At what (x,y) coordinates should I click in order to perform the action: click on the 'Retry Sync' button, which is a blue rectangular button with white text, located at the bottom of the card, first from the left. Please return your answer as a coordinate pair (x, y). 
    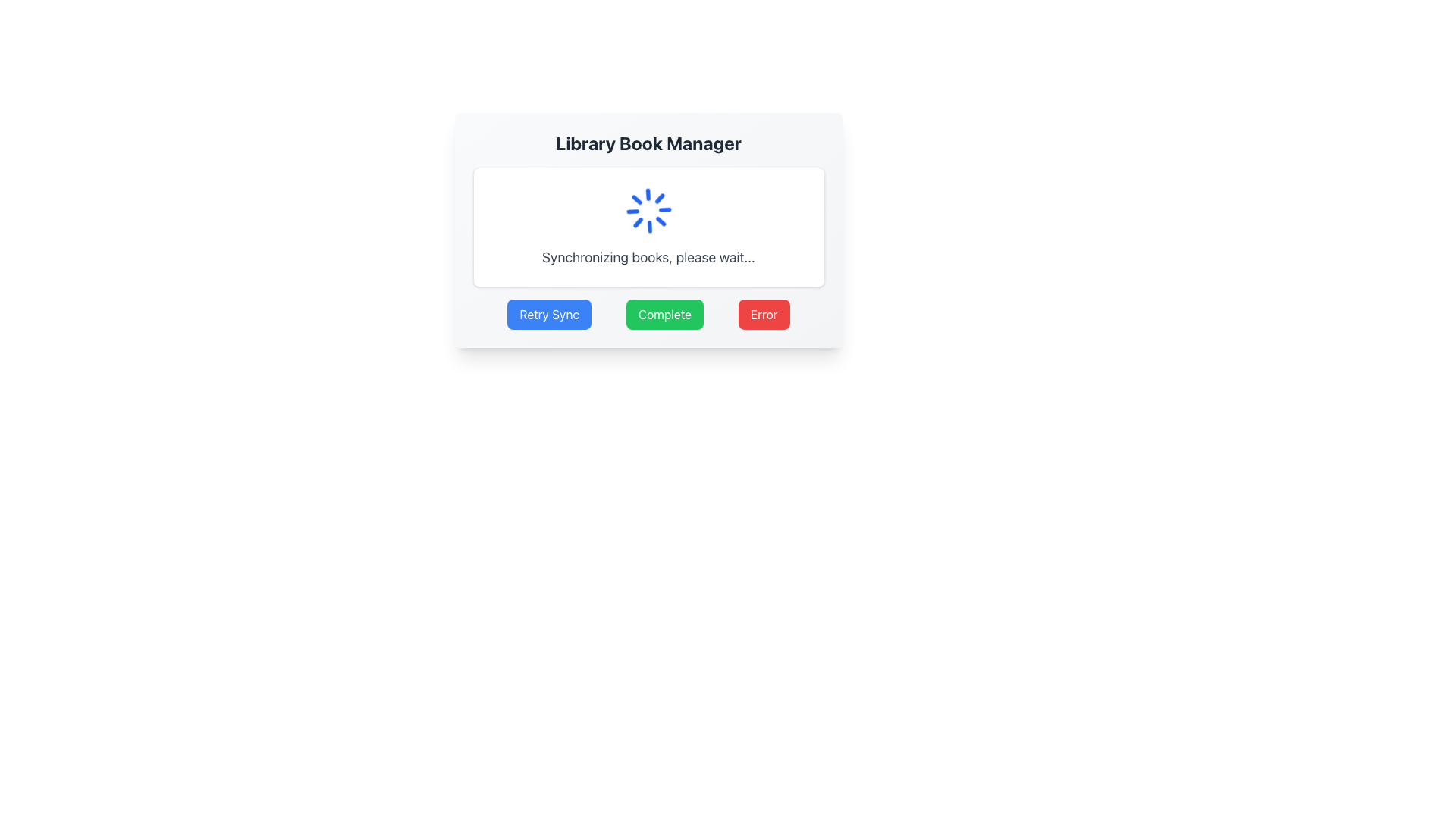
    Looking at the image, I should click on (548, 314).